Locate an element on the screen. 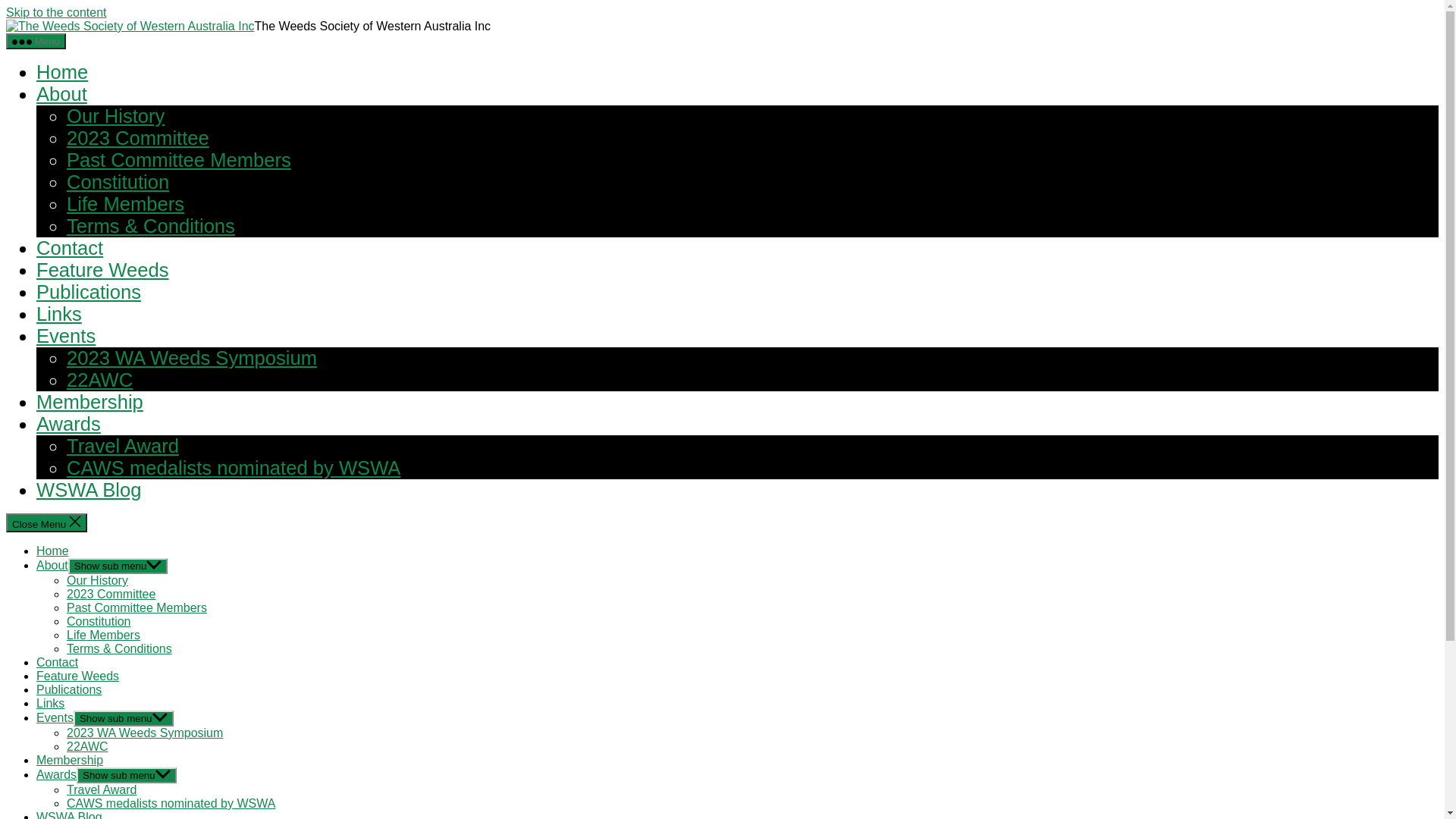  'Travel Award' is located at coordinates (65, 444).